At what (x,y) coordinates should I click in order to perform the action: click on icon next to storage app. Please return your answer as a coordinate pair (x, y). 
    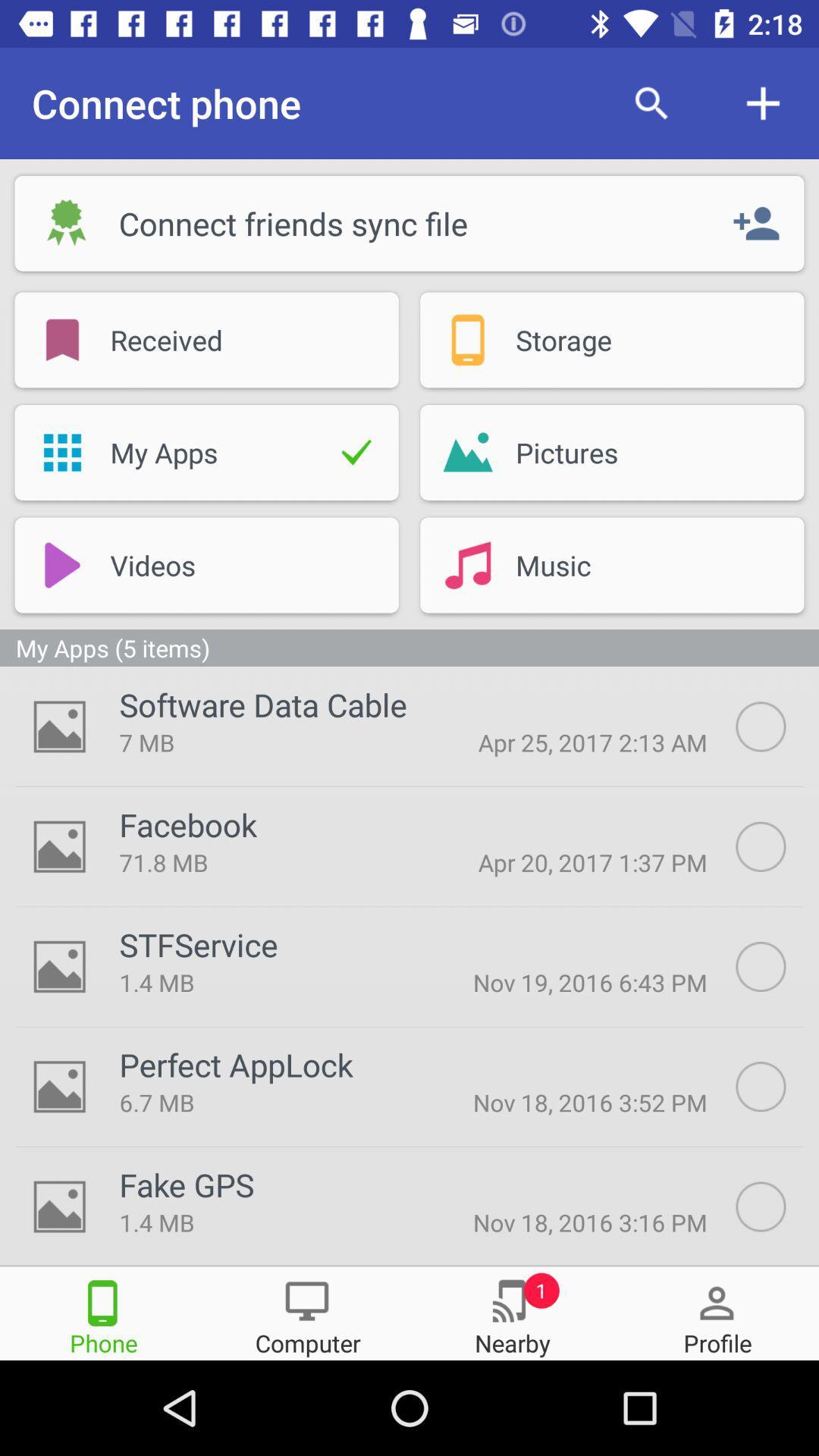
    Looking at the image, I should click on (467, 339).